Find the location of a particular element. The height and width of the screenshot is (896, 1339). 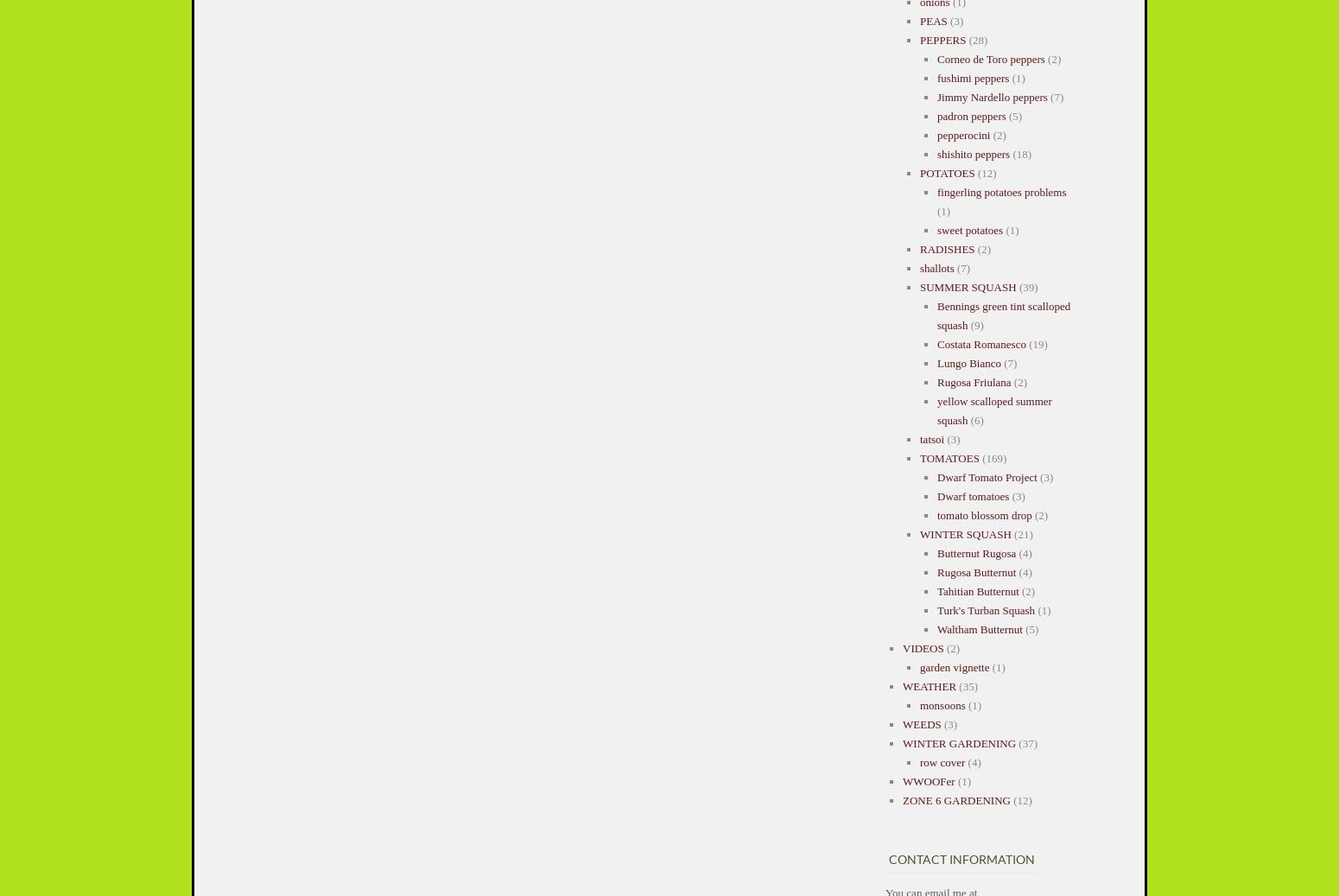

'tomato blossom drop' is located at coordinates (937, 515).